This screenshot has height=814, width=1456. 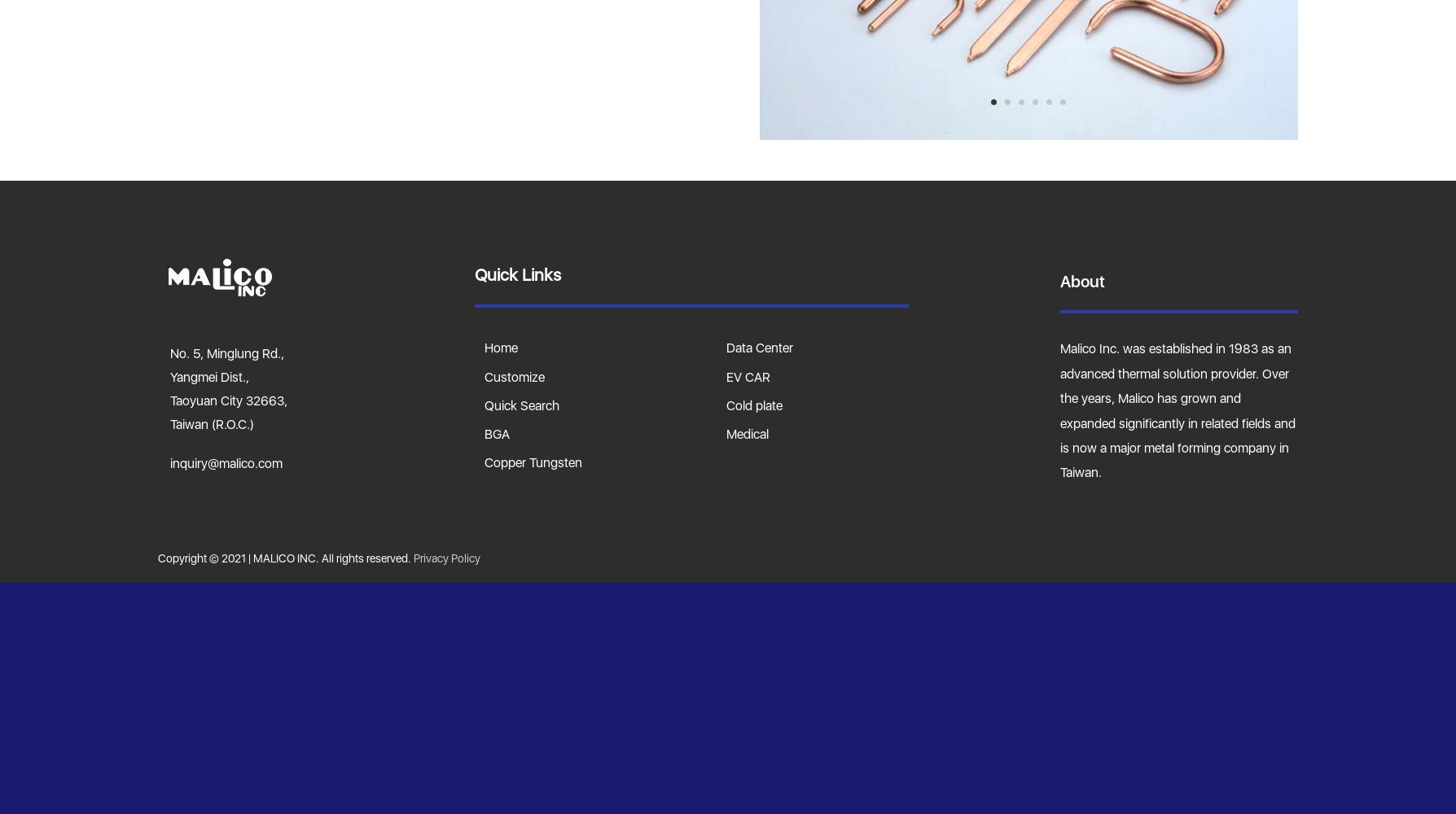 What do you see at coordinates (208, 376) in the screenshot?
I see `'Yangmei Dist.,'` at bounding box center [208, 376].